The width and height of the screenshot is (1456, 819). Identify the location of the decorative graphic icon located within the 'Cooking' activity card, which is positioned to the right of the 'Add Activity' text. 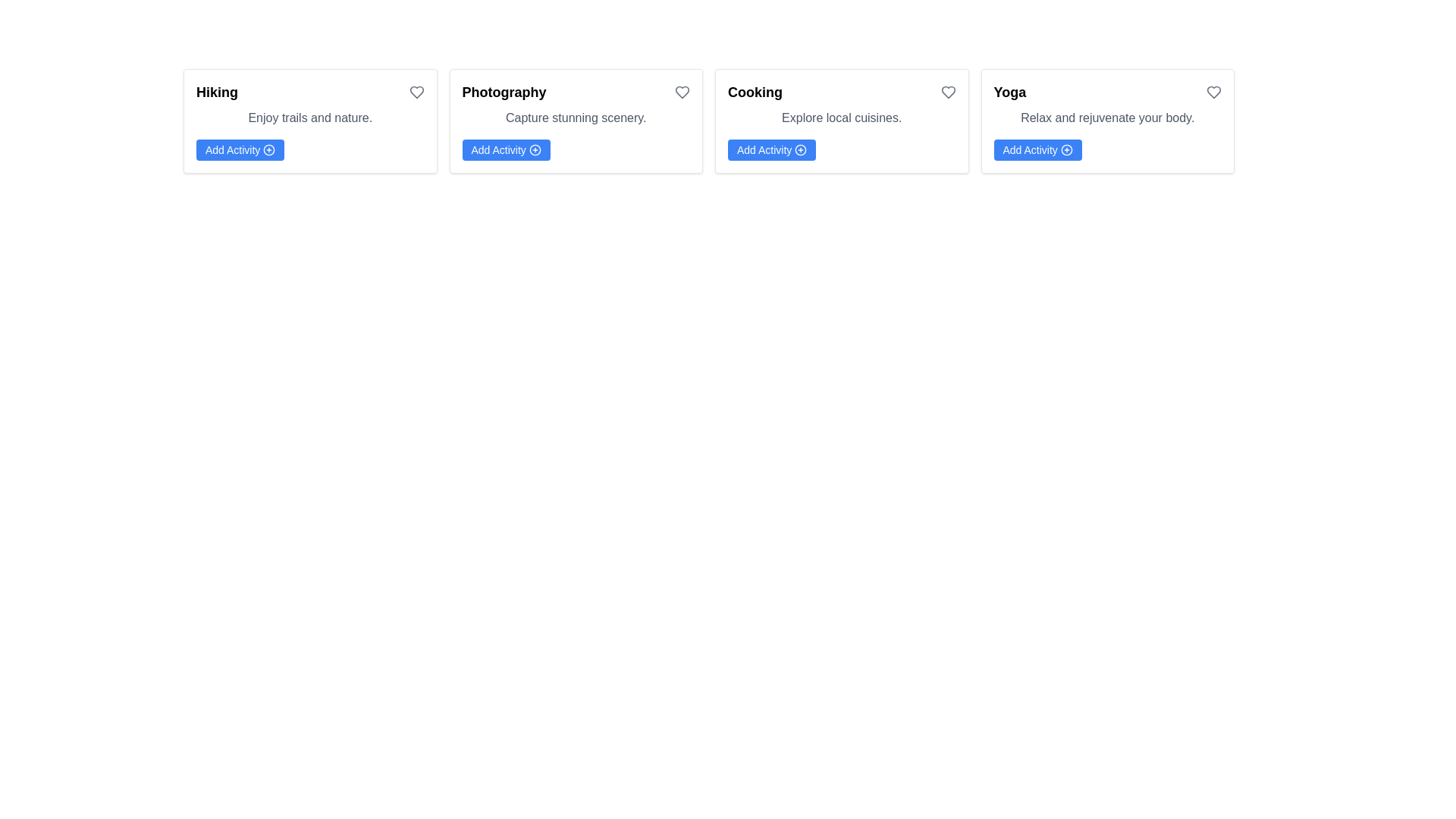
(800, 149).